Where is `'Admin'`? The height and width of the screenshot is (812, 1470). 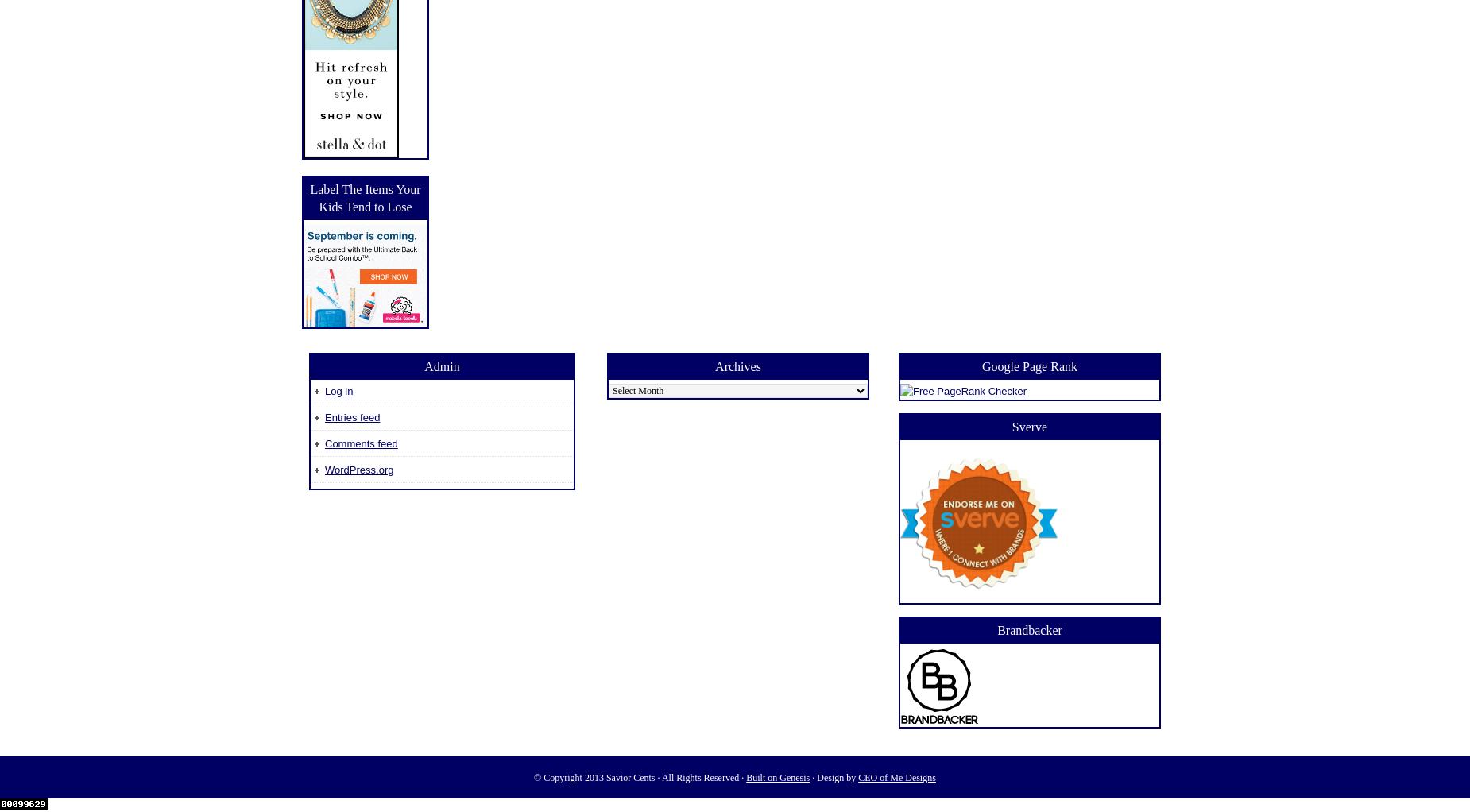
'Admin' is located at coordinates (441, 365).